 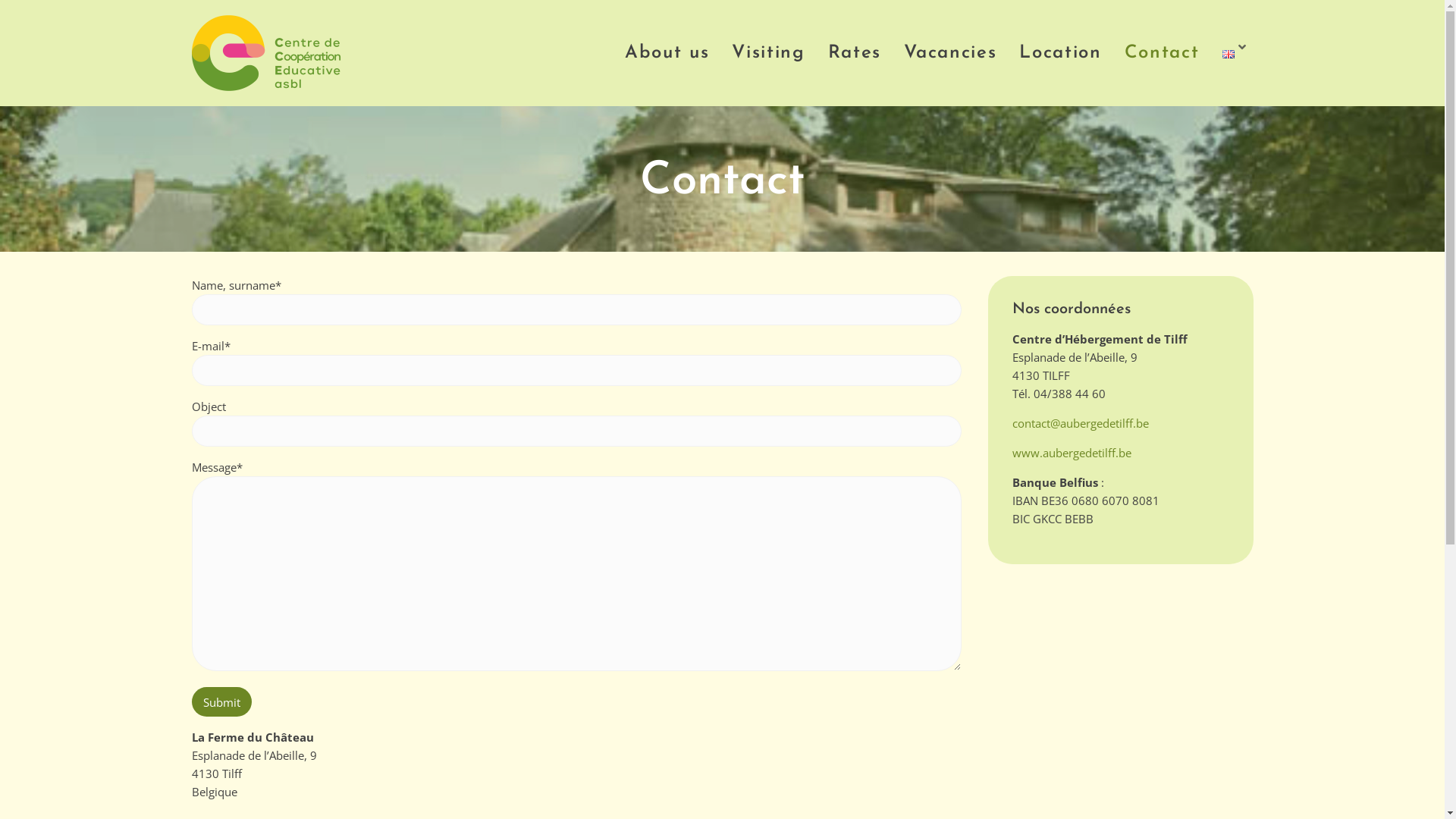 What do you see at coordinates (767, 52) in the screenshot?
I see `'Visiting'` at bounding box center [767, 52].